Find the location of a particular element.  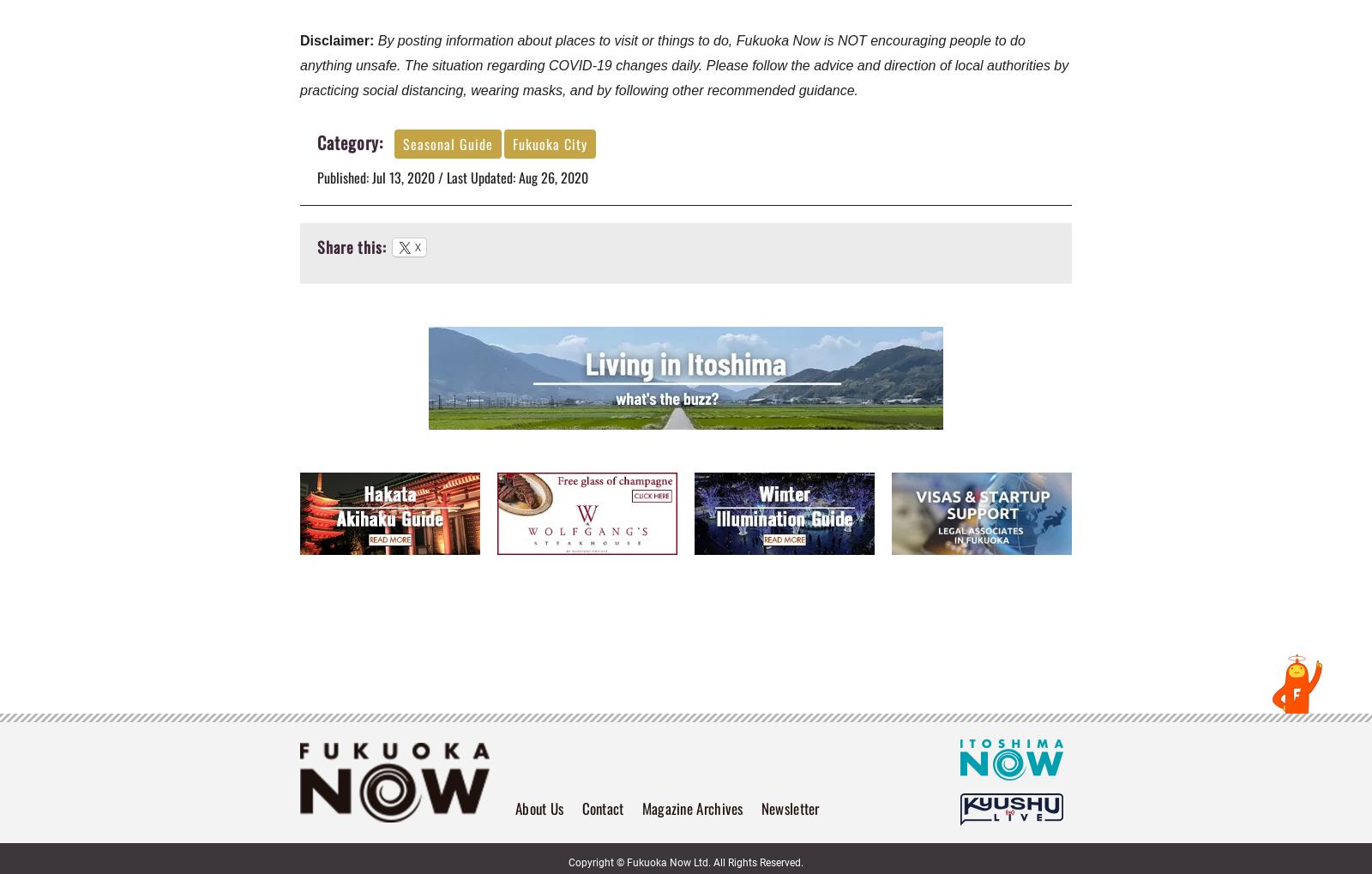

'Published: Jul 13, 2020 / Last Updated: Aug 26, 2020' is located at coordinates (452, 176).